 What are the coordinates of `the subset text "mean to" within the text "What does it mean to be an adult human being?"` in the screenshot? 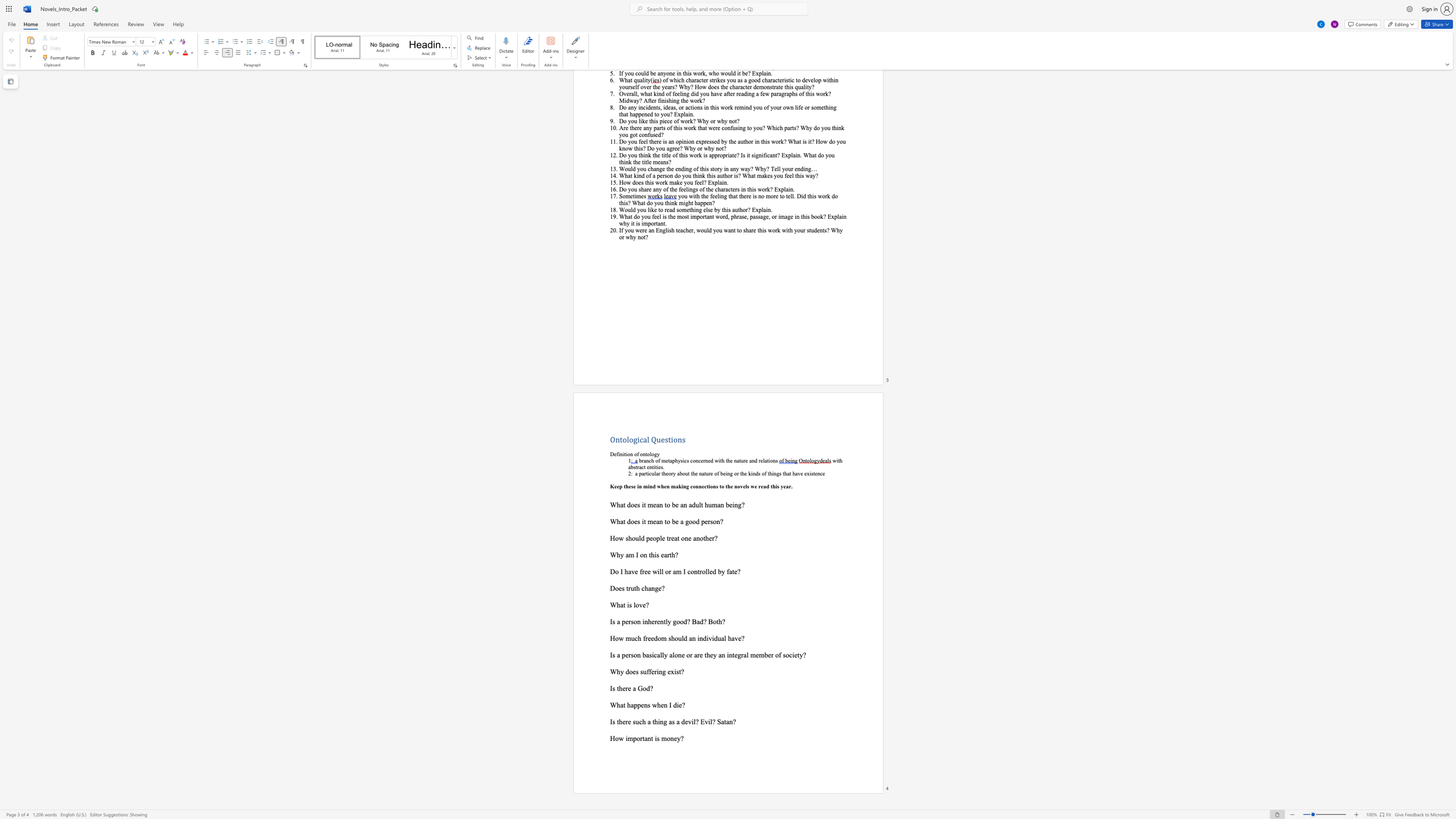 It's located at (647, 504).